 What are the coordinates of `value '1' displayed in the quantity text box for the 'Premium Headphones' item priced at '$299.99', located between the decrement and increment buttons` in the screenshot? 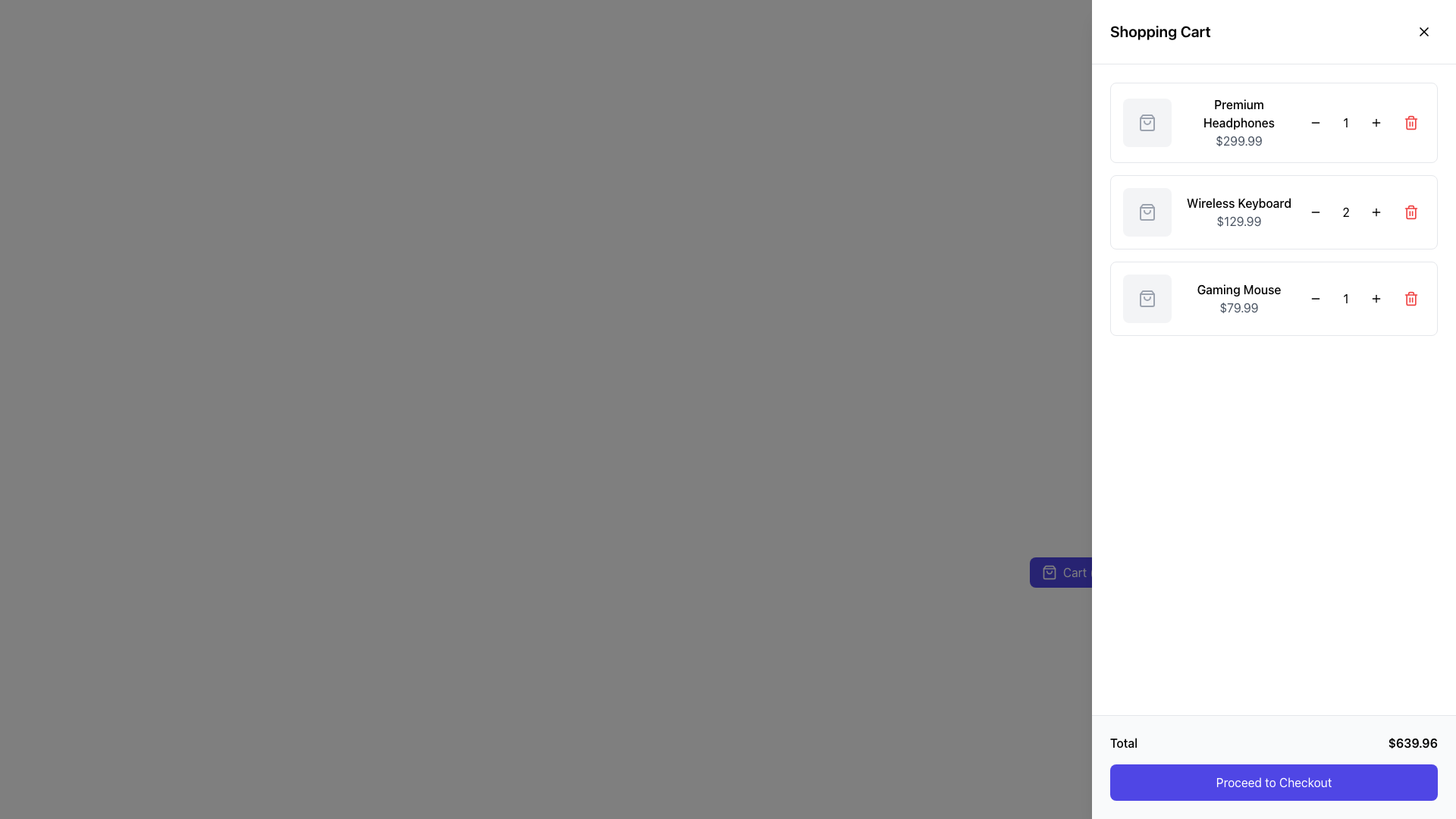 It's located at (1346, 122).